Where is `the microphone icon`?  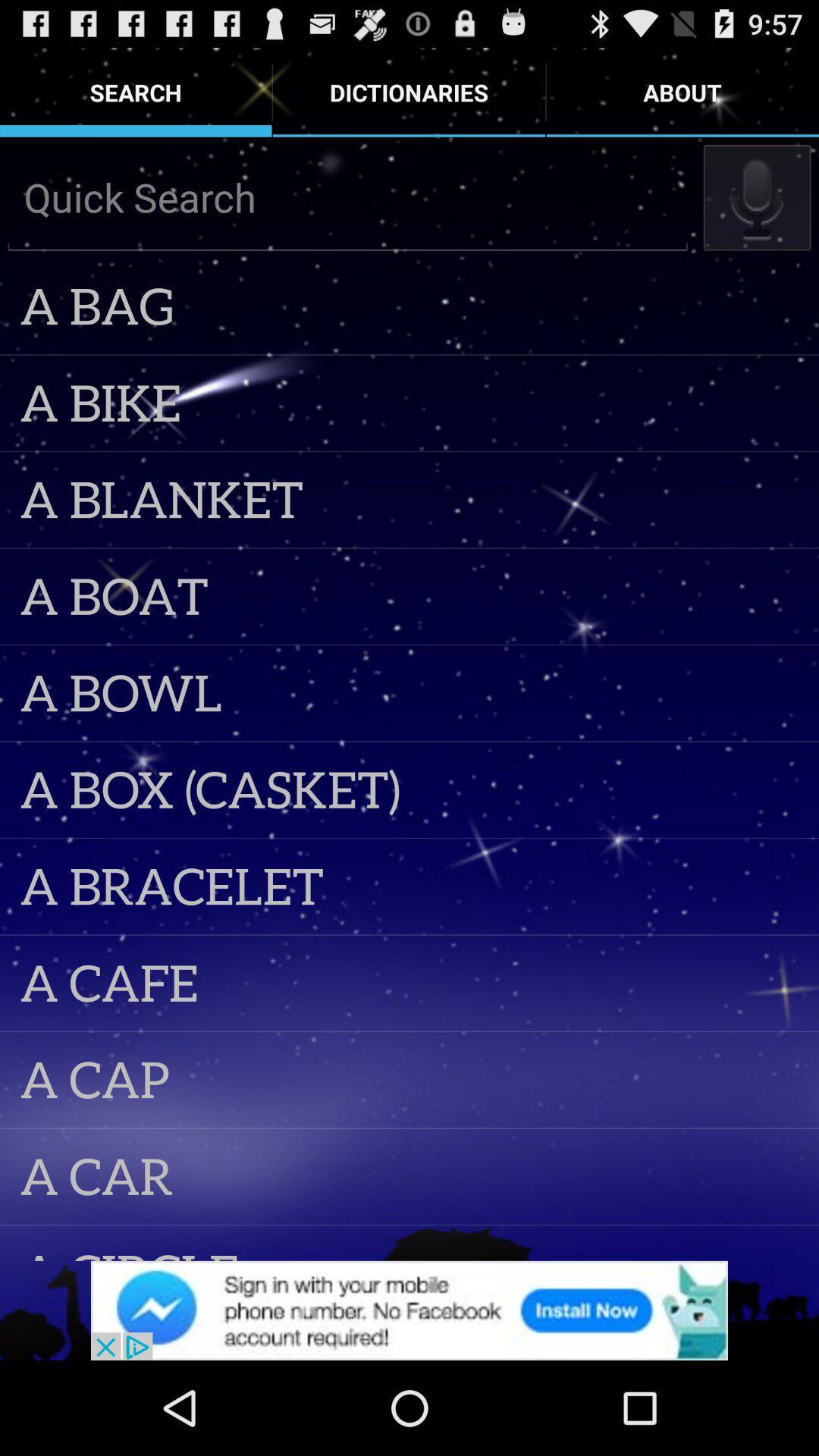
the microphone icon is located at coordinates (757, 211).